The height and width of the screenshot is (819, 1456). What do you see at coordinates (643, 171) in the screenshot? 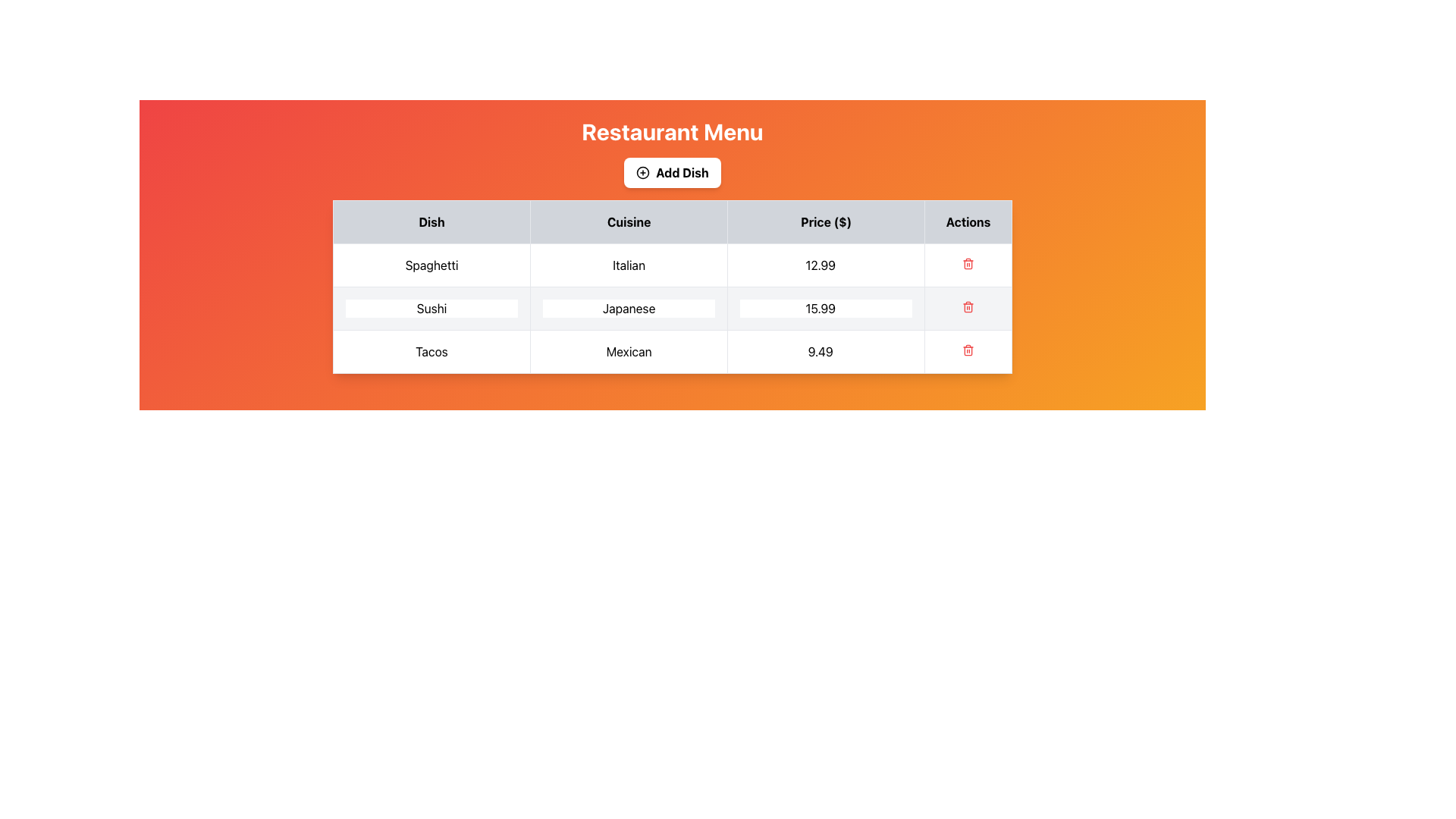
I see `the circular styling border surrounding the 'Add Dish' button located at the top center of the application` at bounding box center [643, 171].